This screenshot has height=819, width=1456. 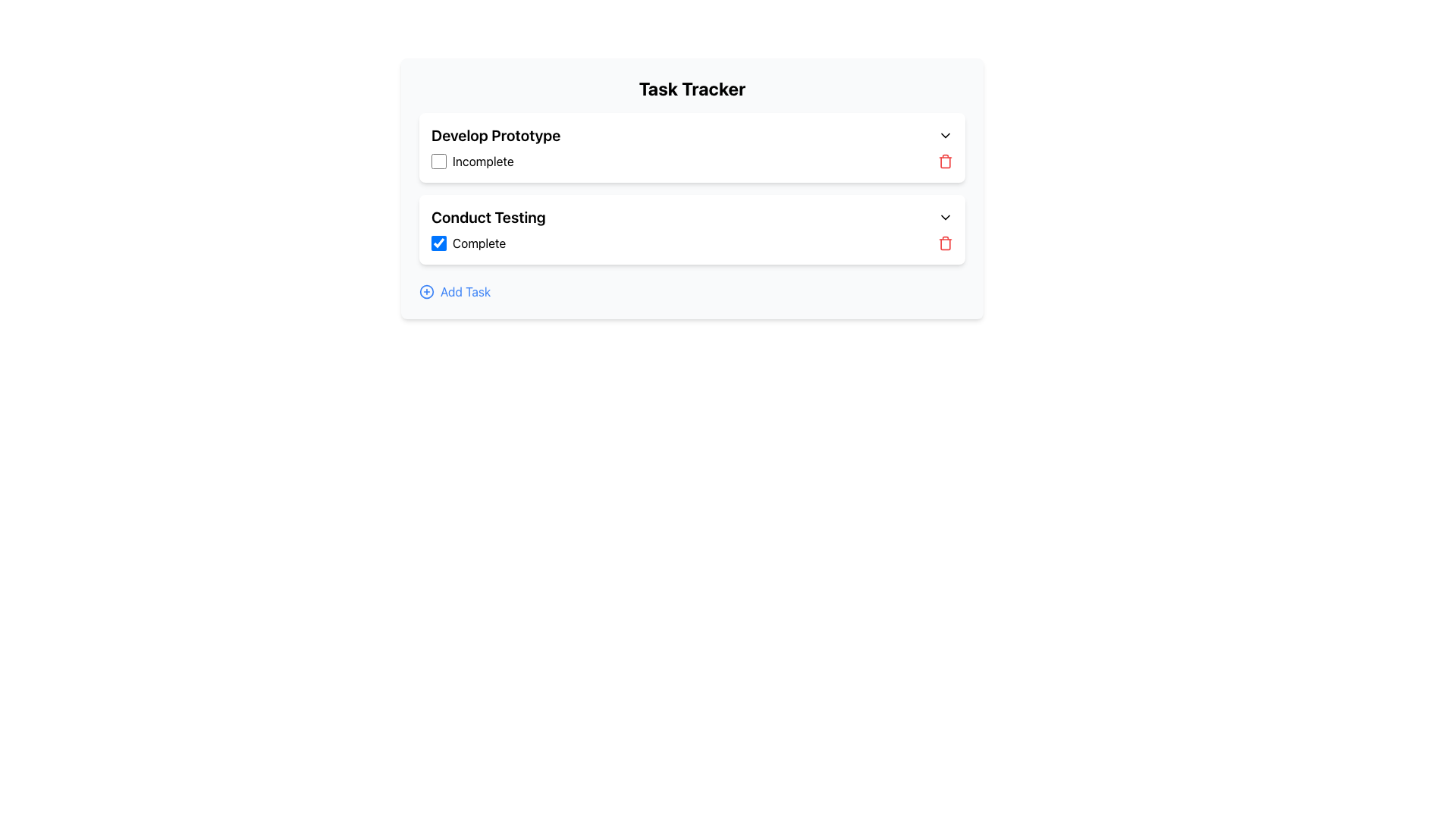 I want to click on the checkbox indicating a checked state with a blue background and white checkmark icon, located in the 'Conduct Testing' task entry, left of the 'Complete' label, so click(x=438, y=242).